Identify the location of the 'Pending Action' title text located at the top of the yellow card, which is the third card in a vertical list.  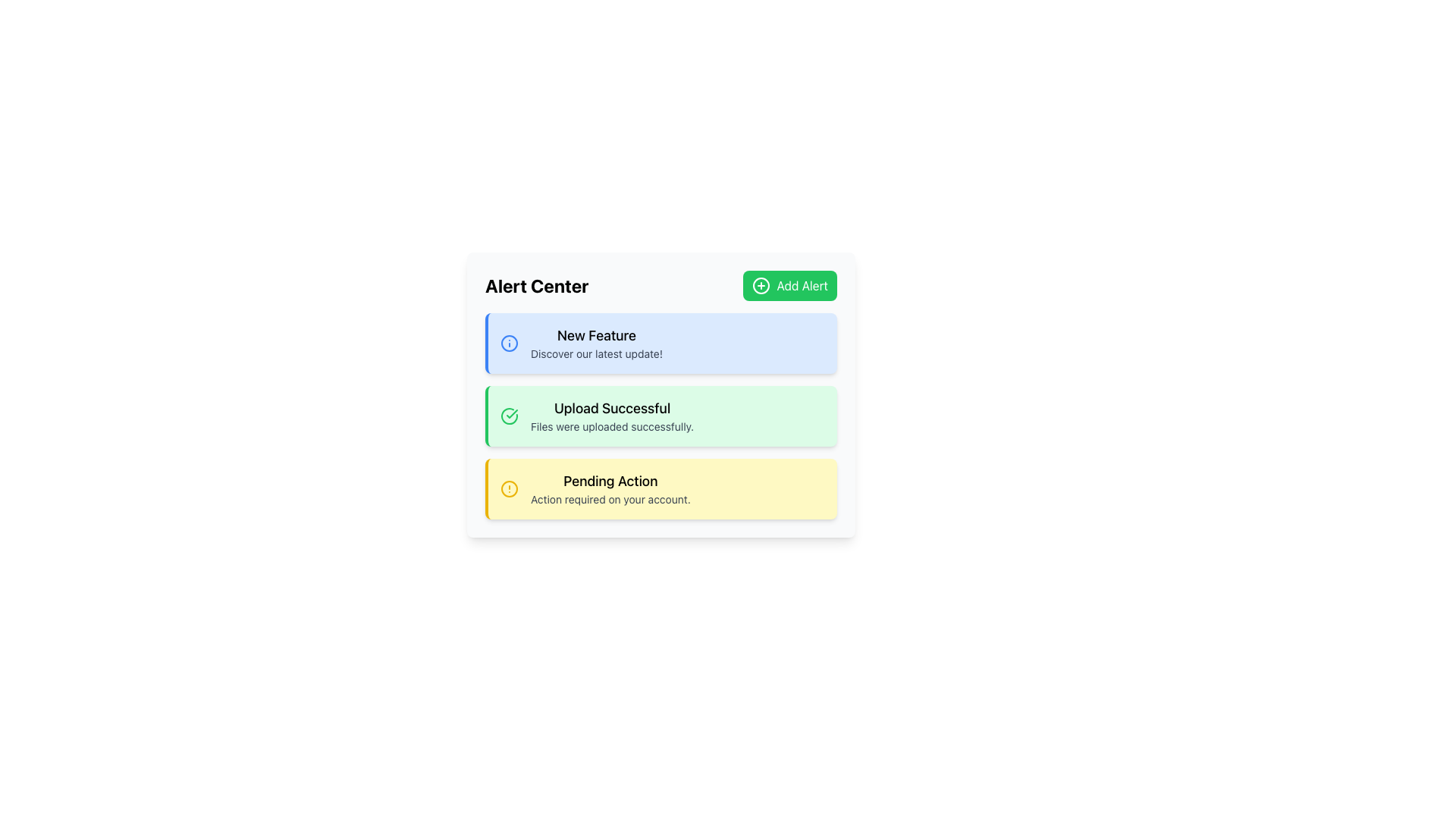
(610, 482).